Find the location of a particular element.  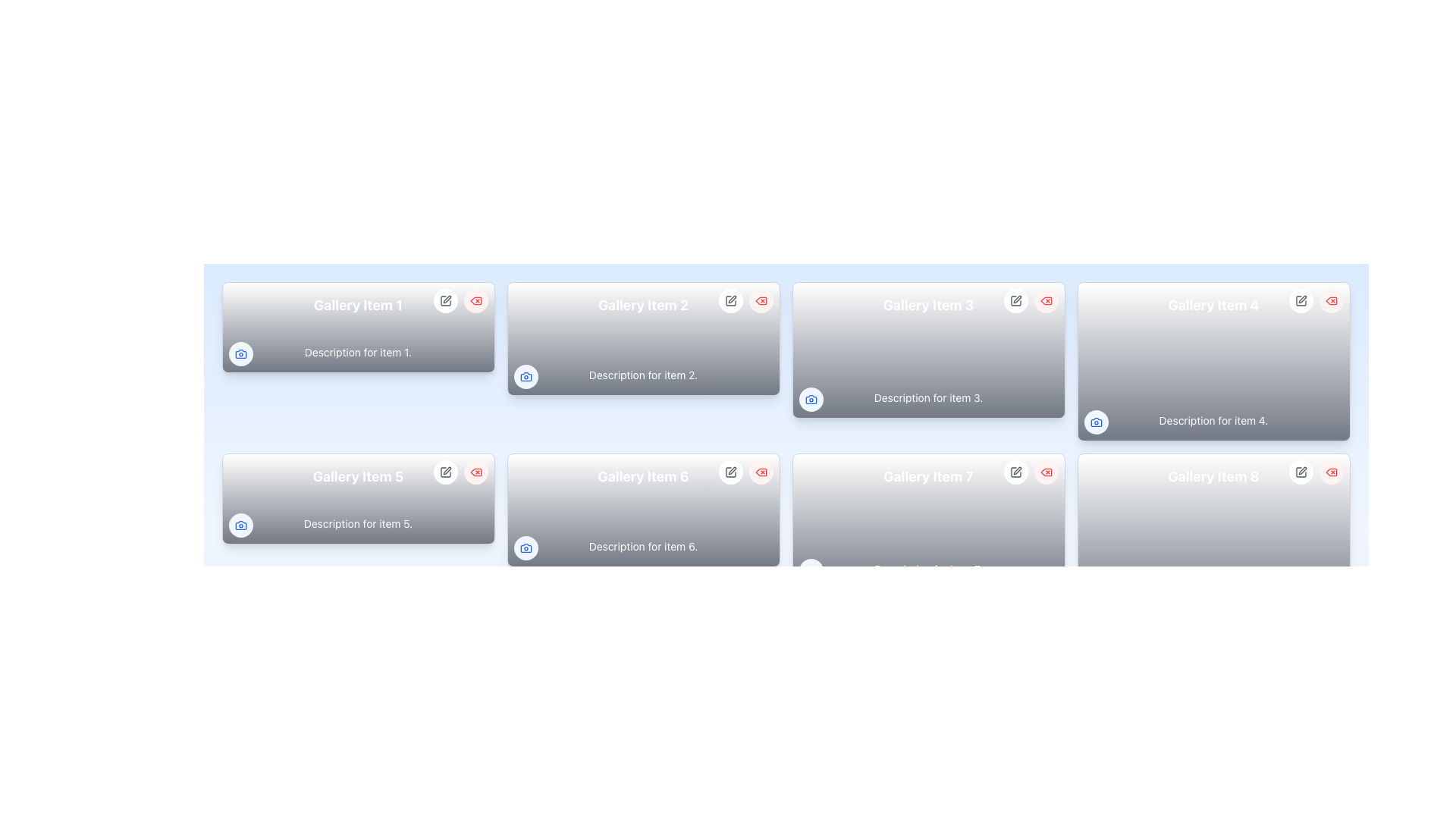

the blue camera icon rendered as an SVG located in the bottom-left corner of 'Gallery Item 4' is located at coordinates (1096, 422).